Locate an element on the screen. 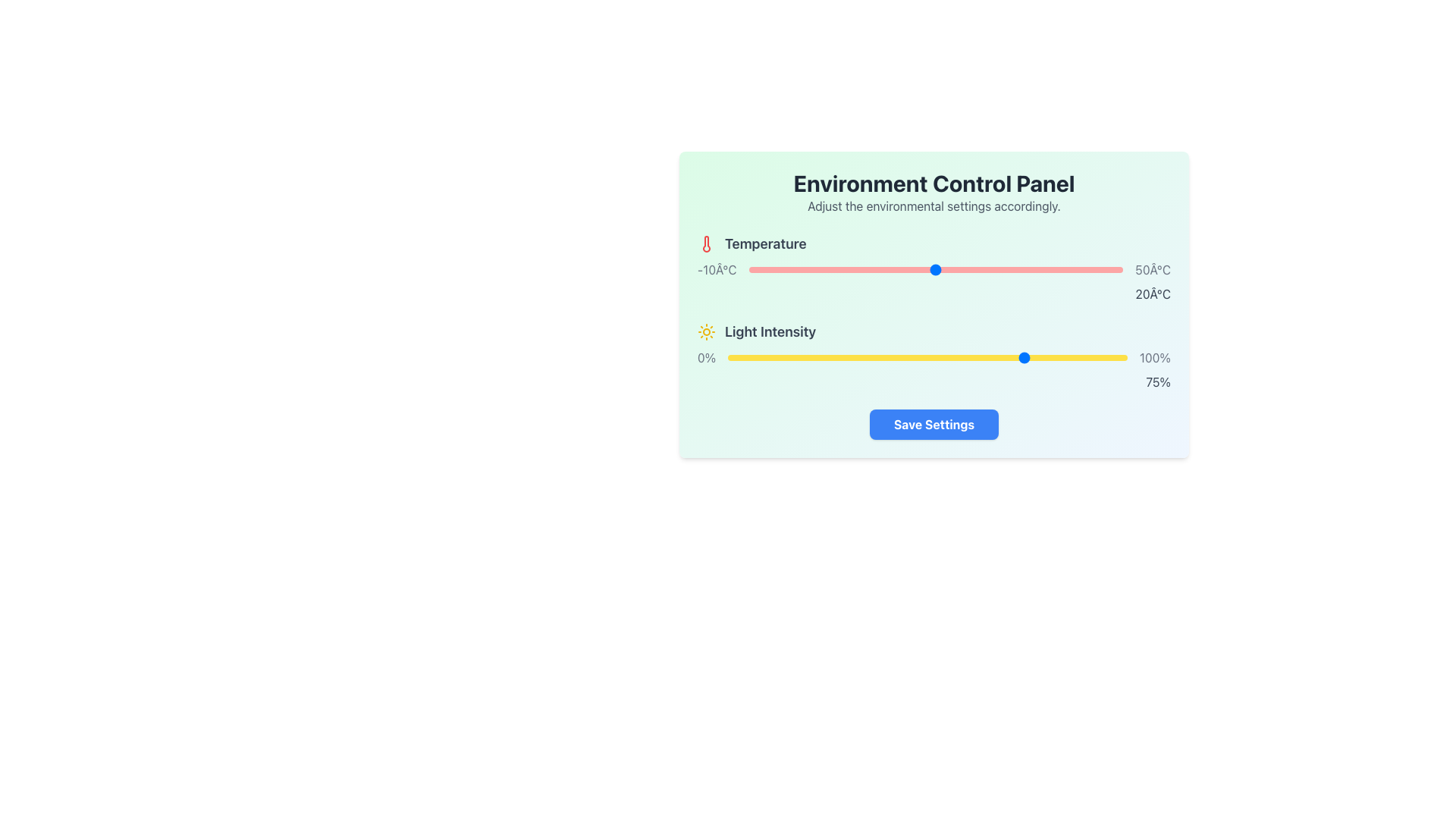 The image size is (1456, 819). the temperature slider is located at coordinates (1053, 268).